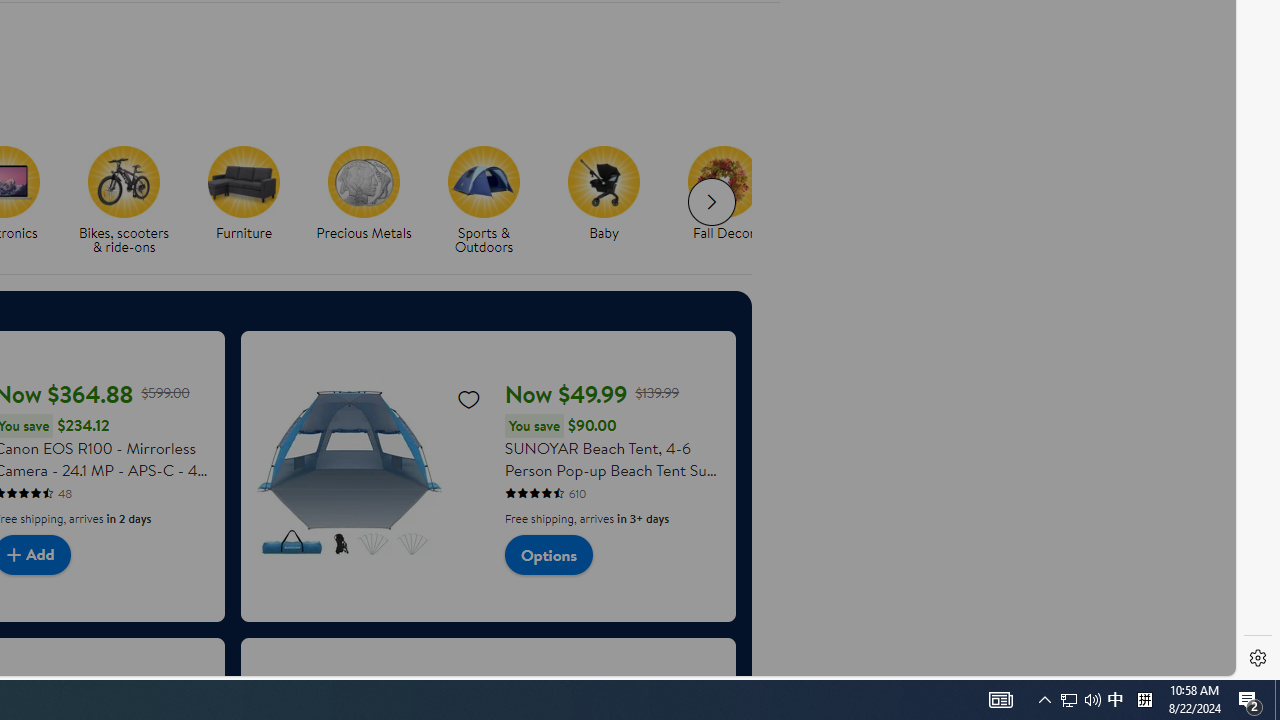  Describe the element at coordinates (602, 194) in the screenshot. I see `'Baby Baby'` at that location.